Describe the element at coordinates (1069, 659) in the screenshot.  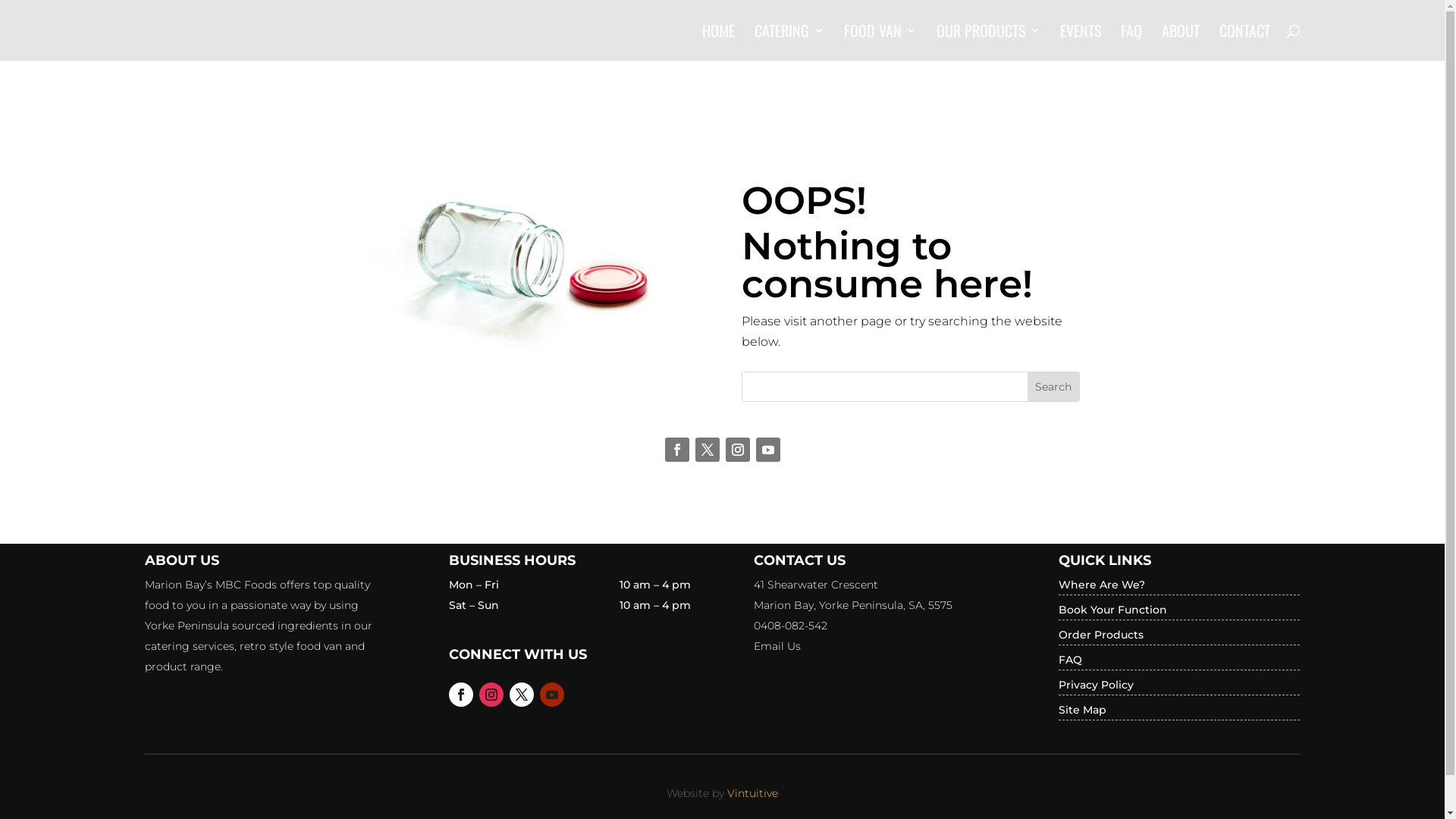
I see `'FAQ'` at that location.